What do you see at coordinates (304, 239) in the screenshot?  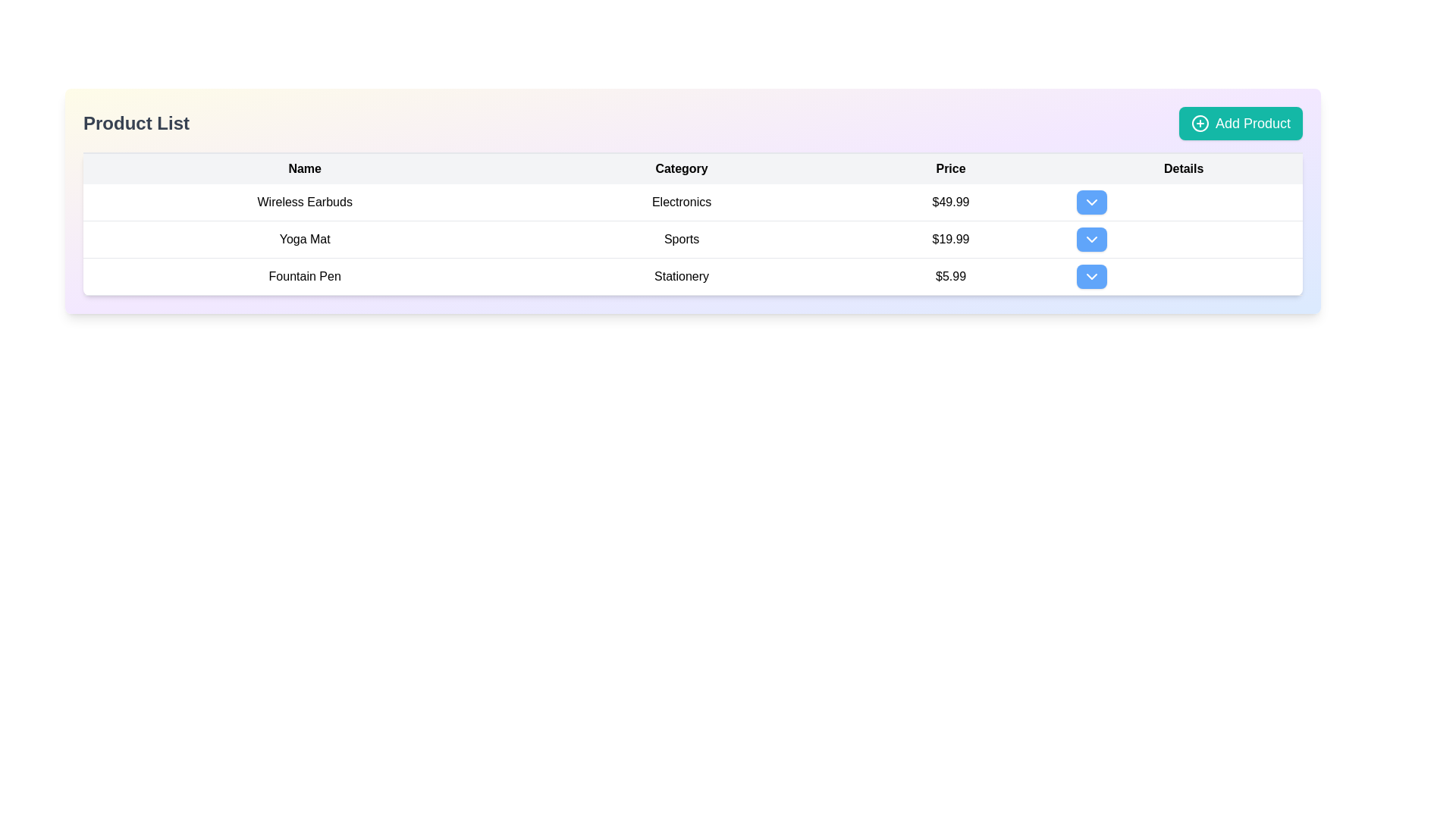 I see `the Text Label that is a descriptor for a product item in the second row of the 'Product List' table under the 'Name' column` at bounding box center [304, 239].